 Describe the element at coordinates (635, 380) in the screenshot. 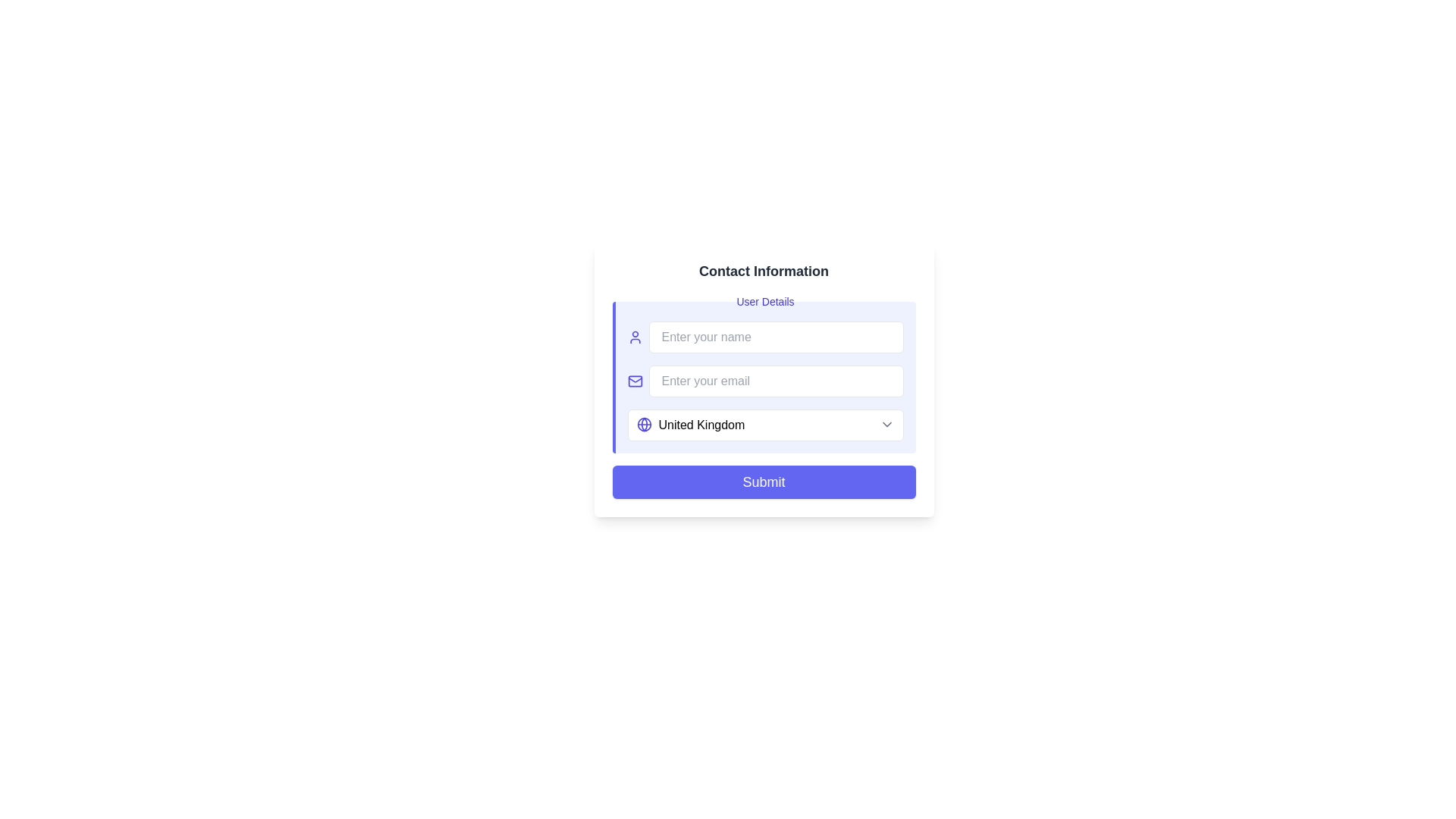

I see `the decorative envelope icon, which is outlined in indigo and located to the left of the 'Enter your email' input field in the 'Contact Information' form` at that location.